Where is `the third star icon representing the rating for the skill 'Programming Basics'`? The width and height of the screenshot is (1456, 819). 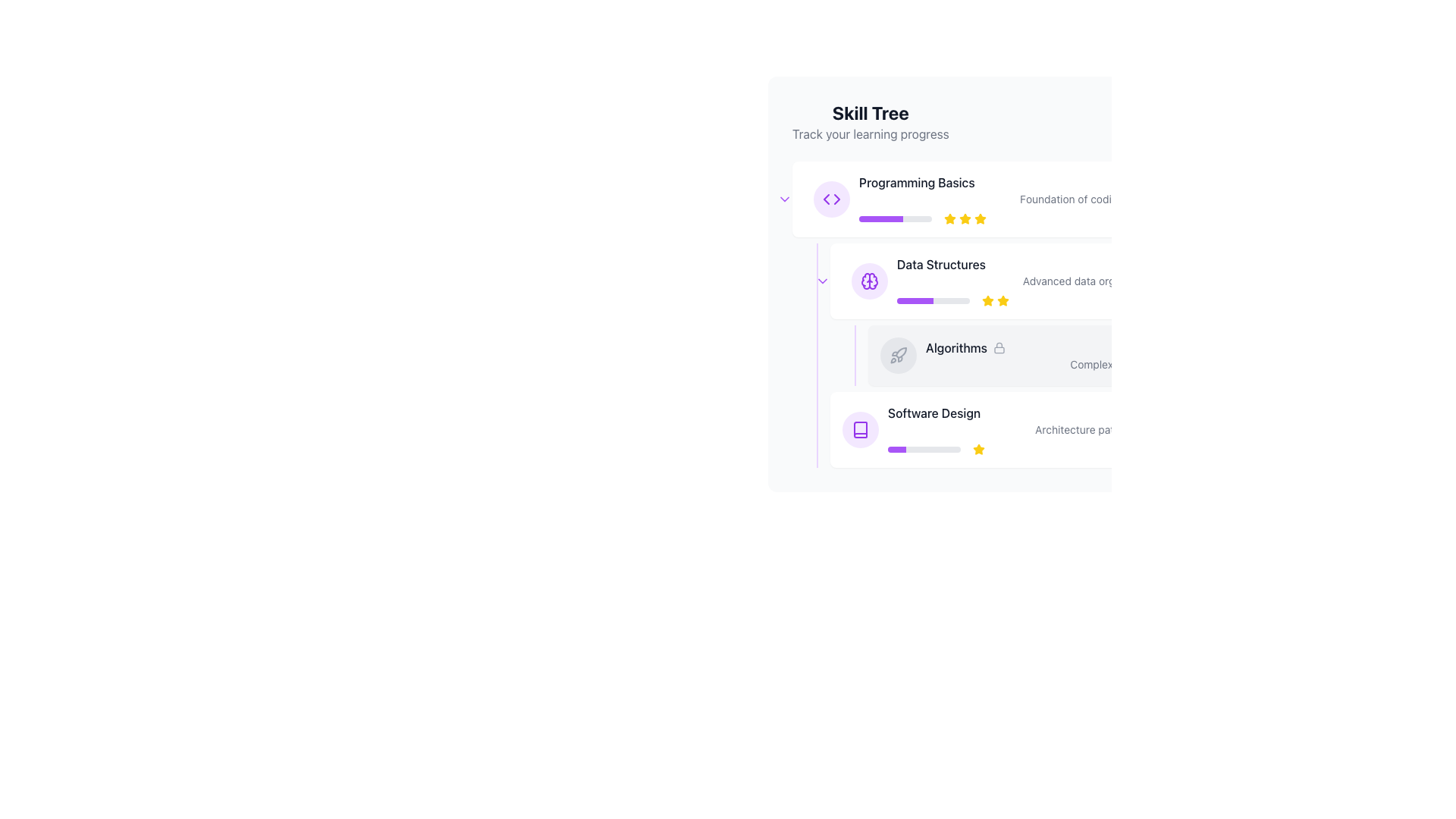 the third star icon representing the rating for the skill 'Programming Basics' is located at coordinates (980, 218).